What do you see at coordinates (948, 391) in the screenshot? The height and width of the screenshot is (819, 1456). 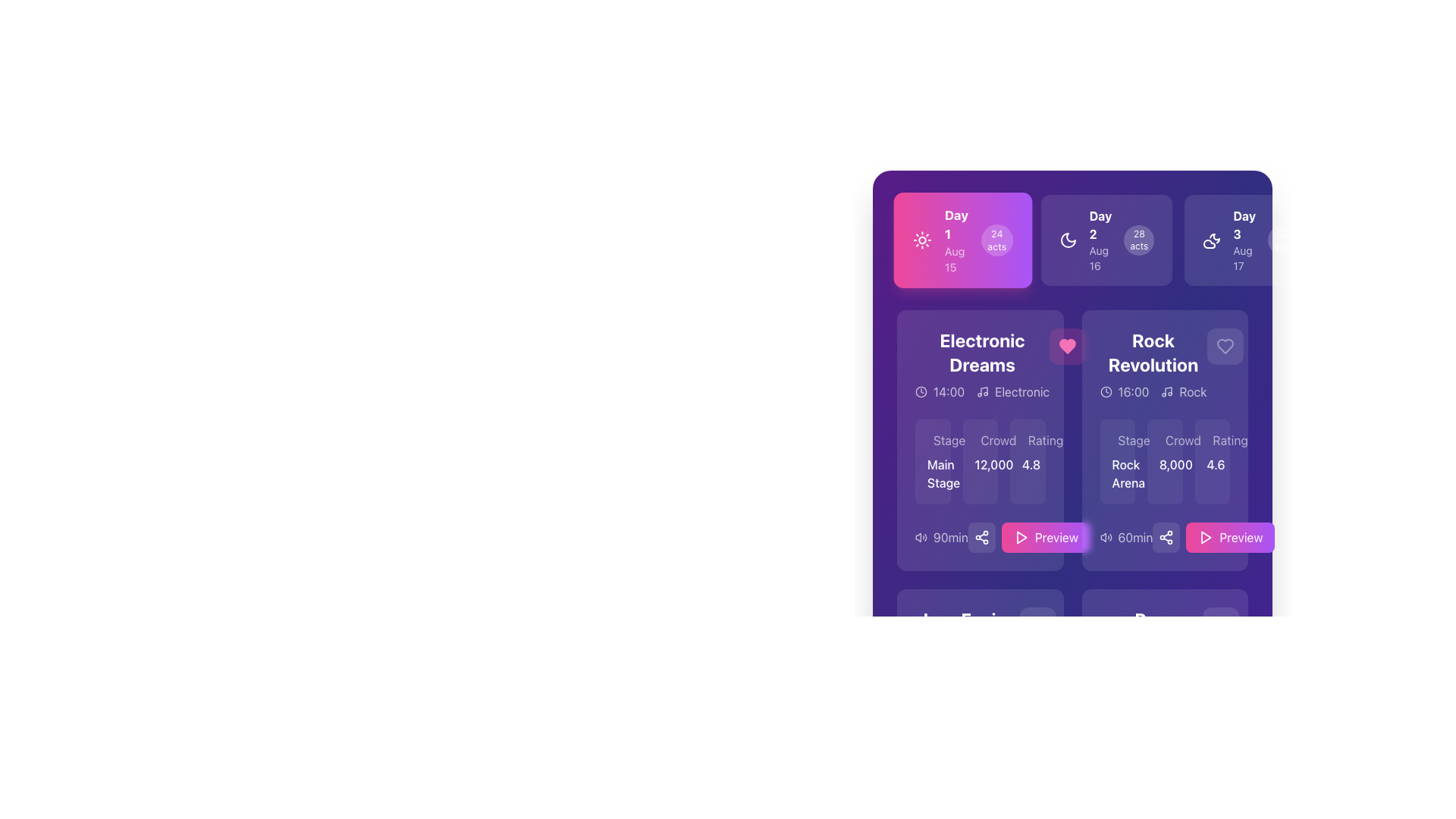 I see `text displayed in the time label of the 'Electronic Dreams' event, which is located below the card's title and near the top-left corner of the card` at bounding box center [948, 391].